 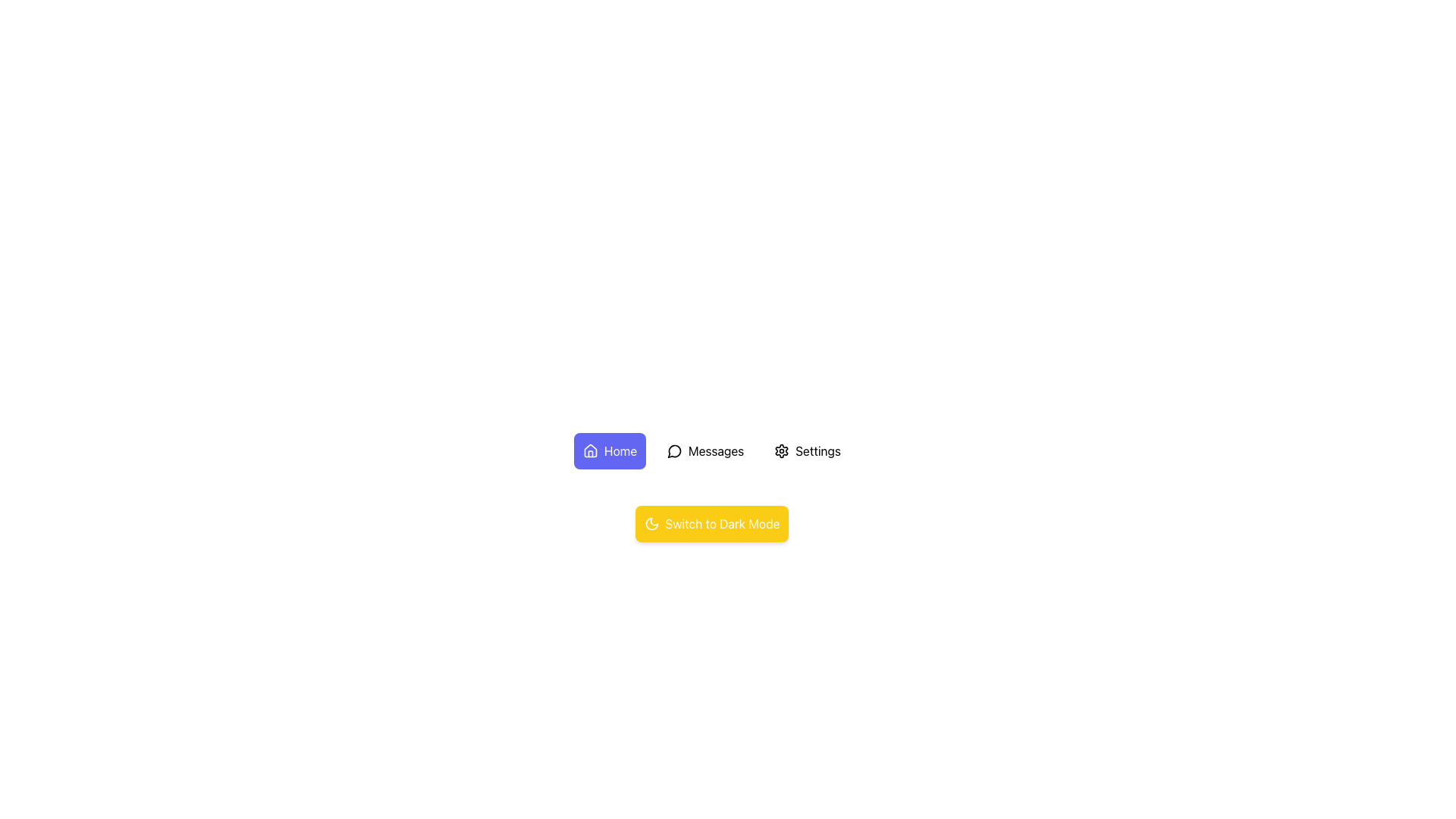 I want to click on the button positioned below the navigation options, so click(x=711, y=522).